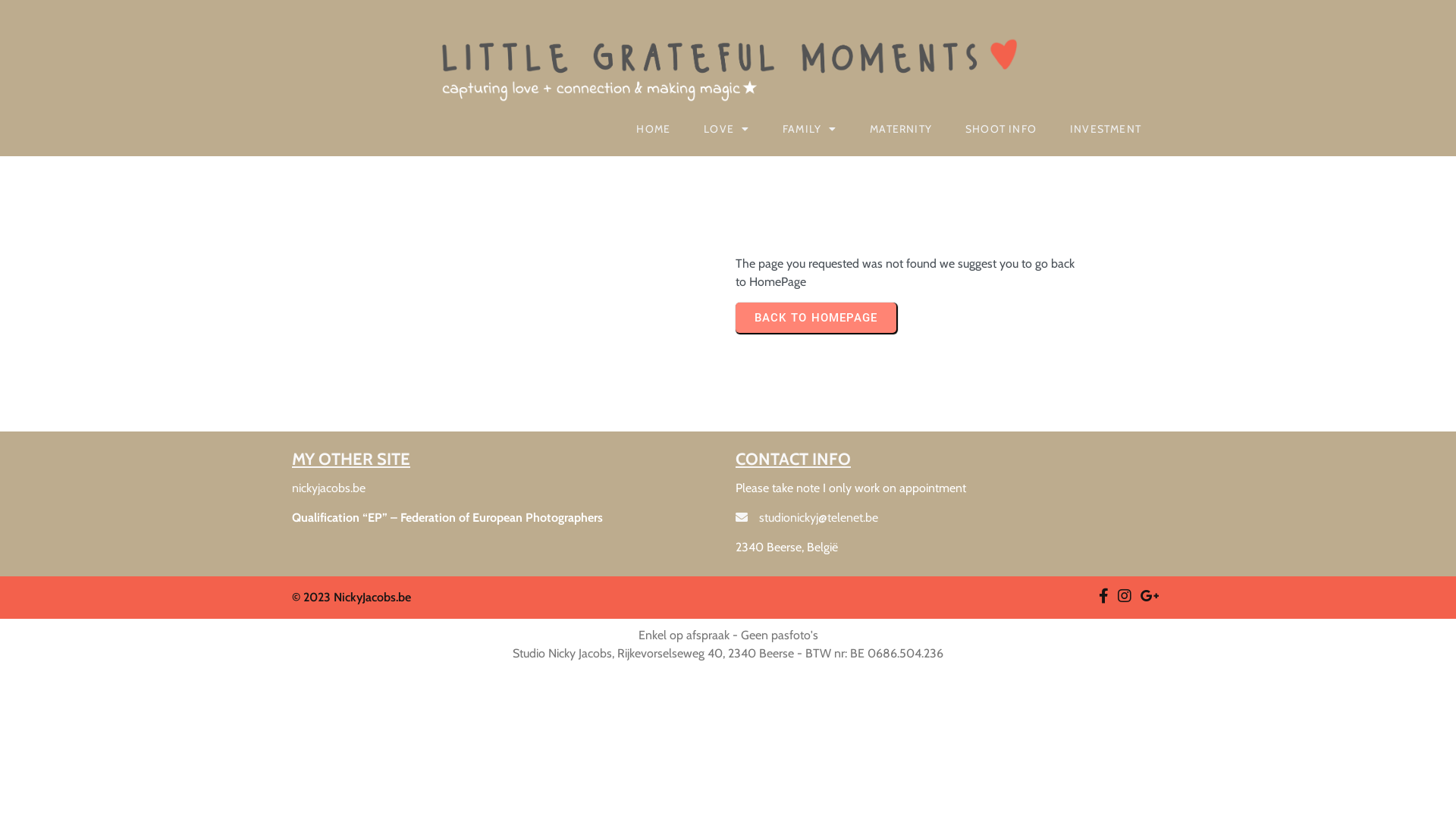 The height and width of the screenshot is (819, 1456). Describe the element at coordinates (1106, 128) in the screenshot. I see `'INVESTMENT'` at that location.